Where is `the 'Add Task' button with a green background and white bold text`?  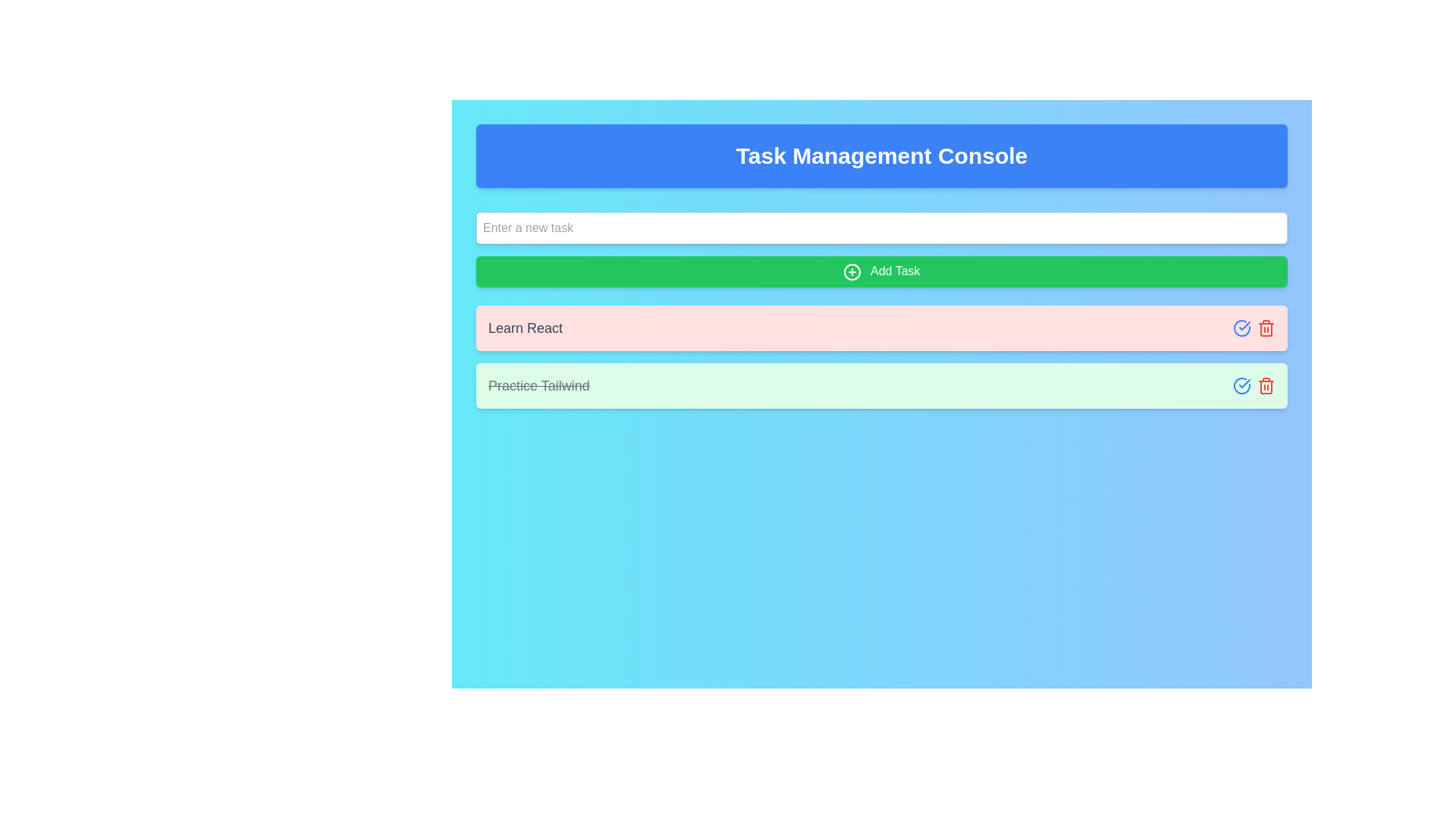 the 'Add Task' button with a green background and white bold text is located at coordinates (881, 271).